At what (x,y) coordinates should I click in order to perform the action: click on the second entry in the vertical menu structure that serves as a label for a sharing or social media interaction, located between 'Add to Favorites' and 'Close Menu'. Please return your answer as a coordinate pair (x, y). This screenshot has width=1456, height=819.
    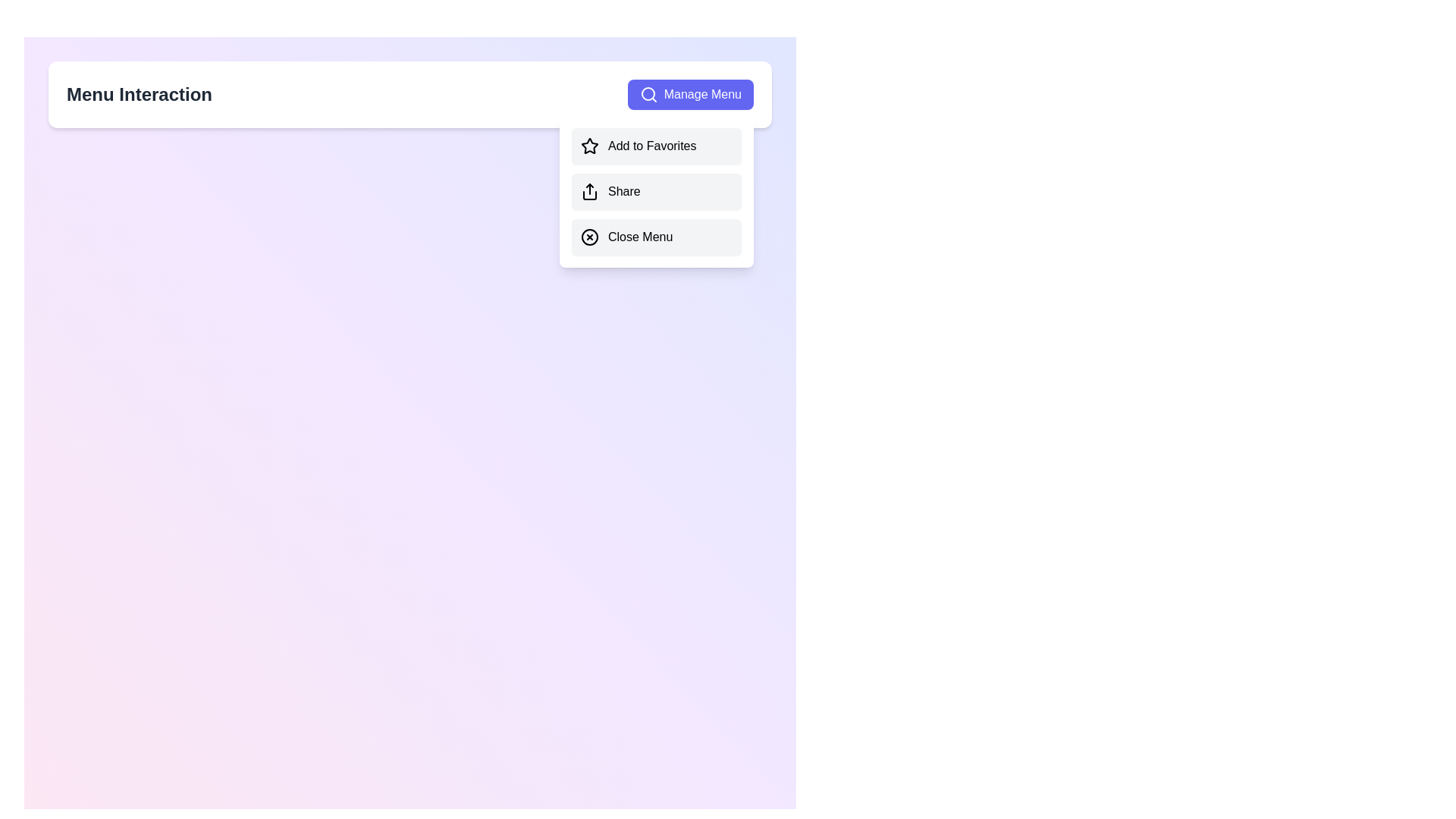
    Looking at the image, I should click on (624, 191).